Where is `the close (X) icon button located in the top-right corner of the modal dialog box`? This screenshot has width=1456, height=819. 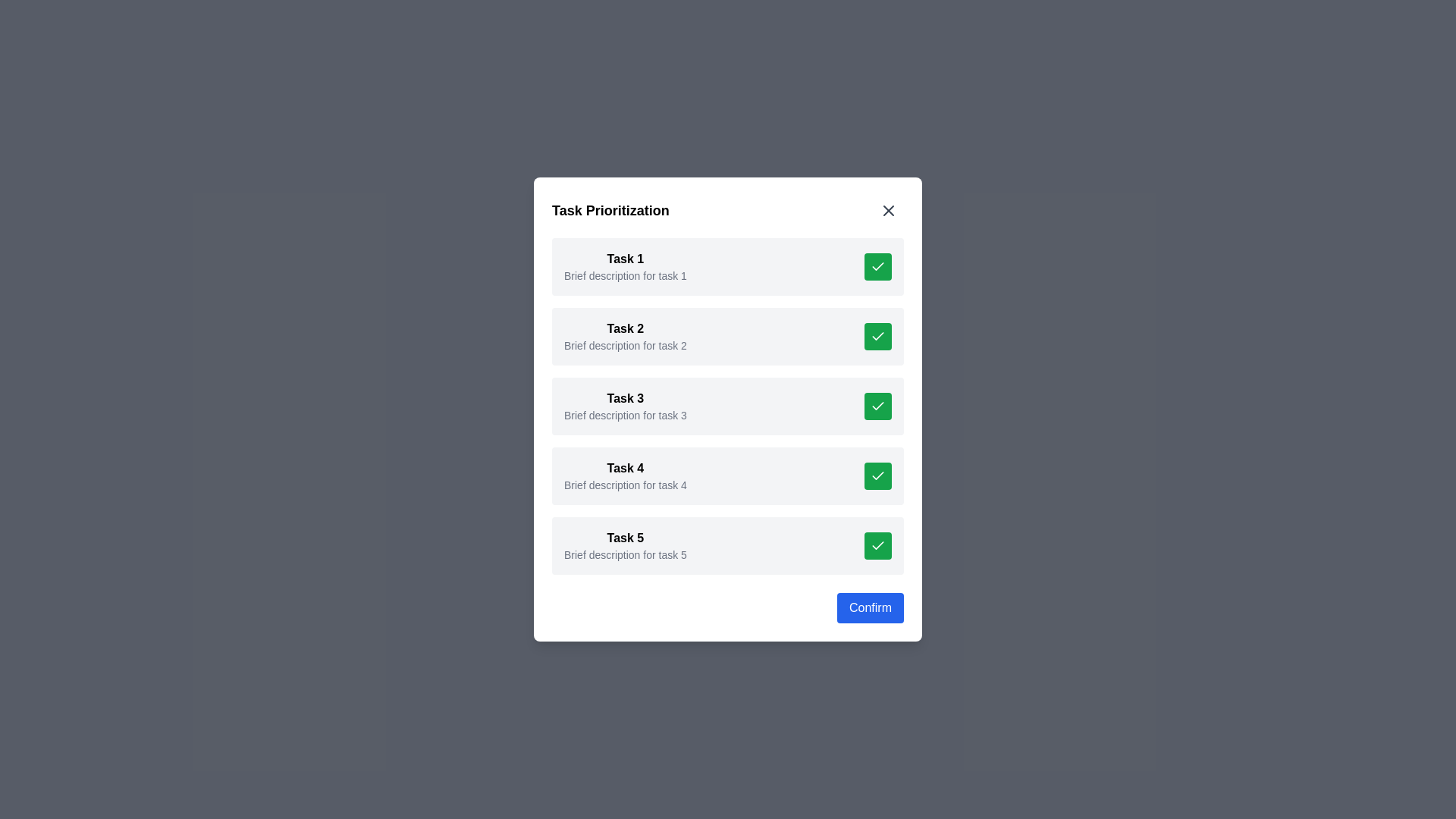
the close (X) icon button located in the top-right corner of the modal dialog box is located at coordinates (888, 210).